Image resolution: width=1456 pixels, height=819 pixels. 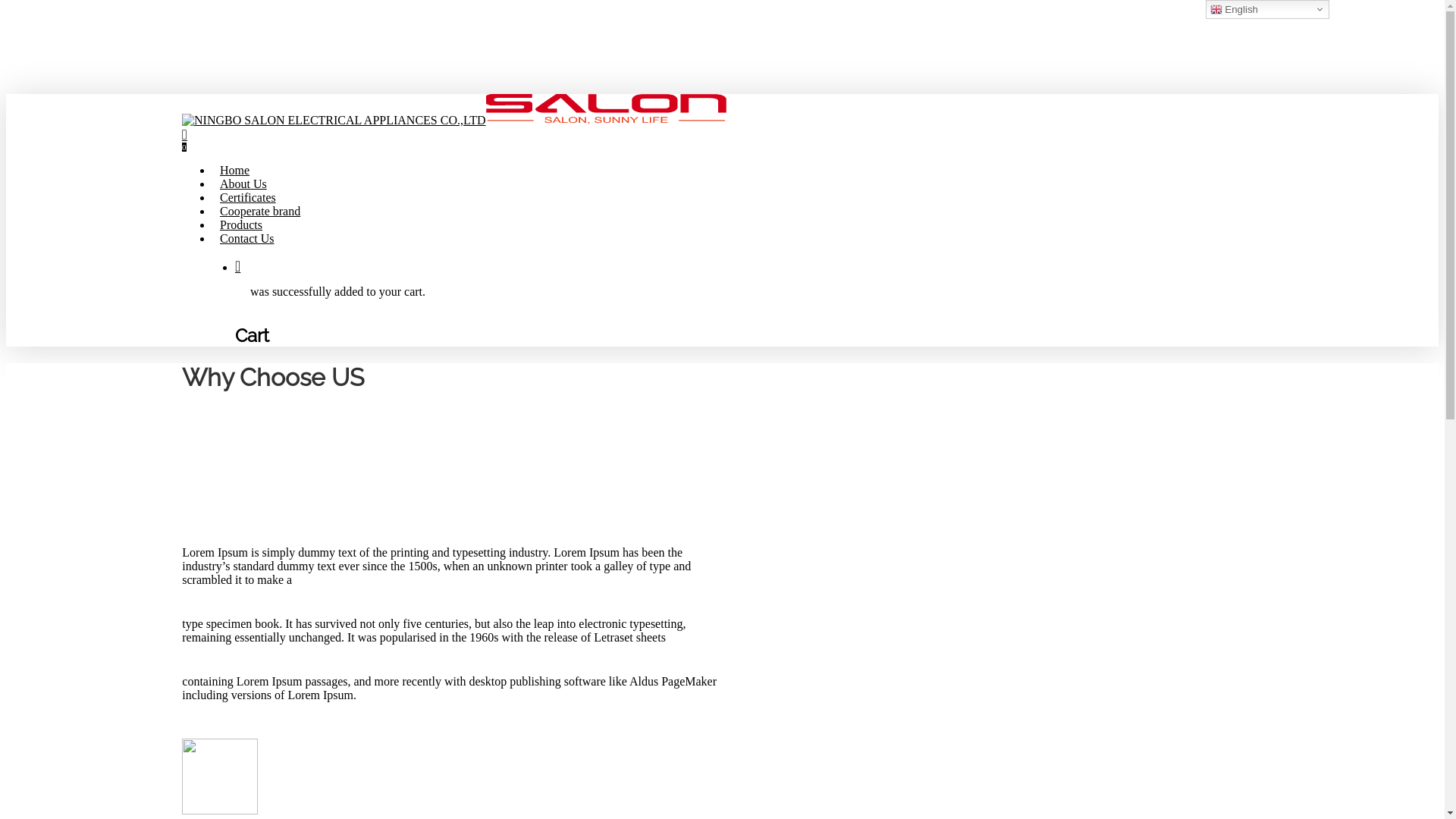 What do you see at coordinates (240, 224) in the screenshot?
I see `'Products'` at bounding box center [240, 224].